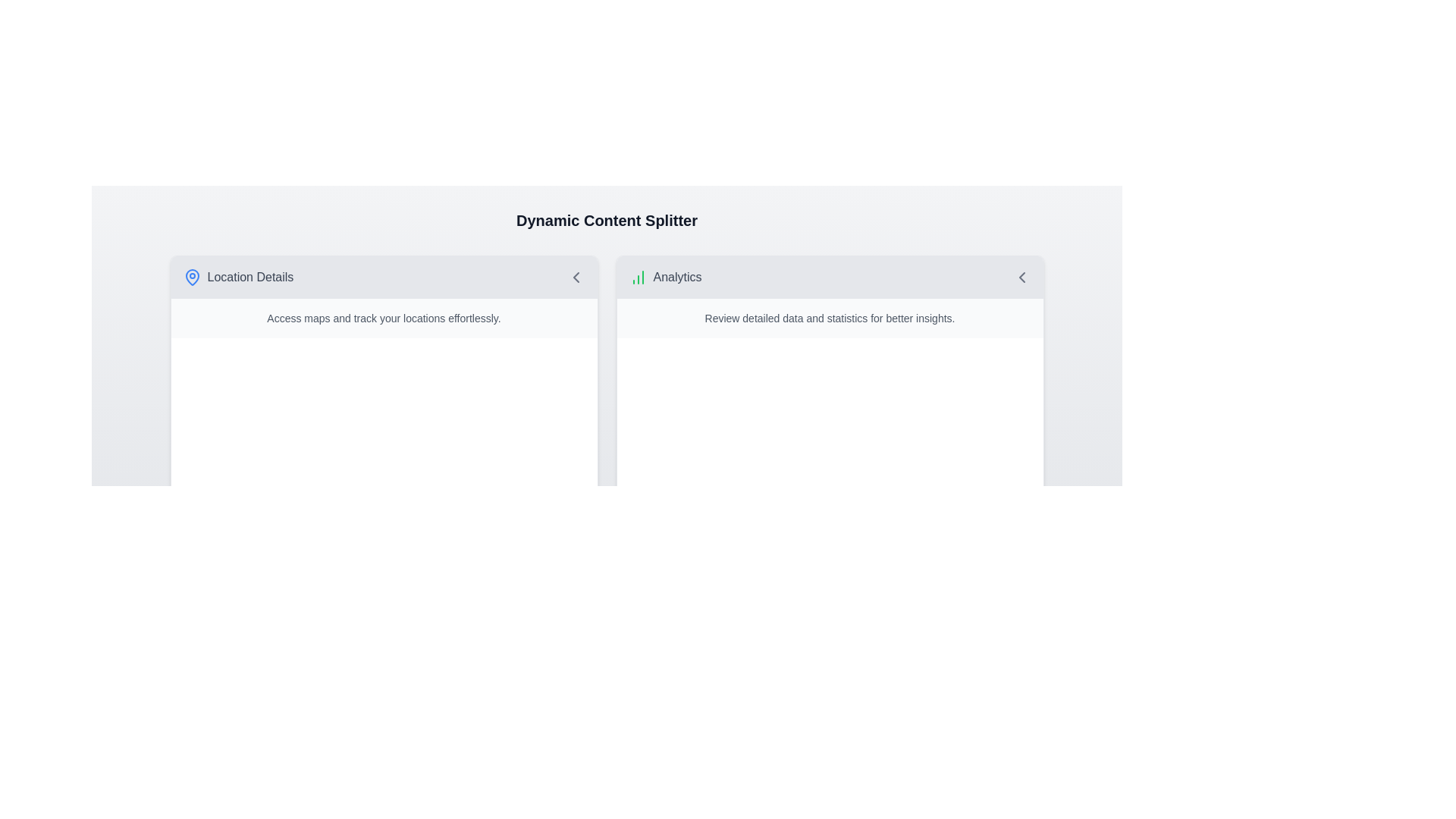 Image resolution: width=1456 pixels, height=819 pixels. I want to click on the static text that reads 'Review detailed data and statistics for better insights.' located at the bottom of the 'Analytics' section, so click(829, 318).